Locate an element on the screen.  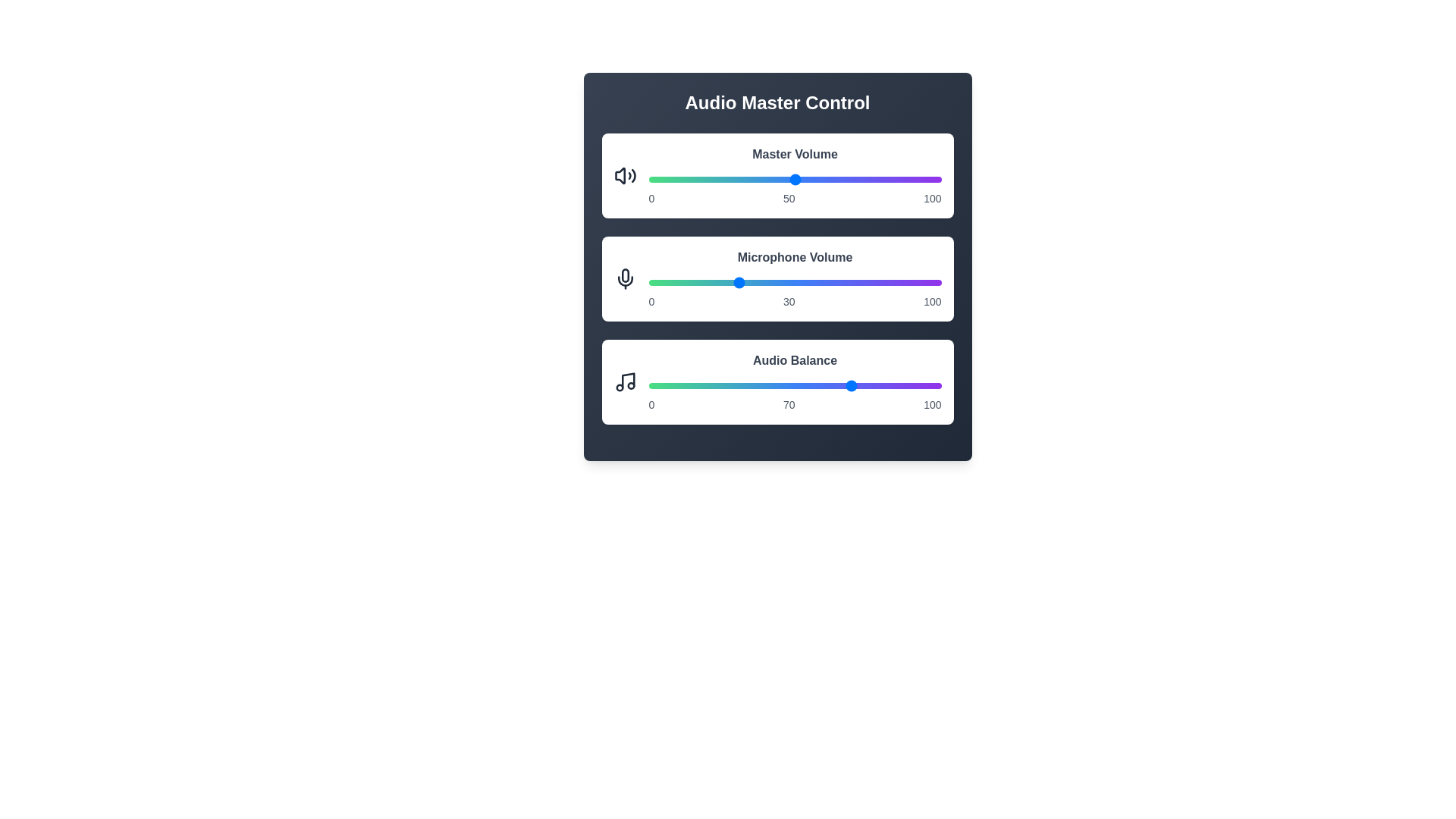
the Audio Balance slider to 96% is located at coordinates (929, 385).